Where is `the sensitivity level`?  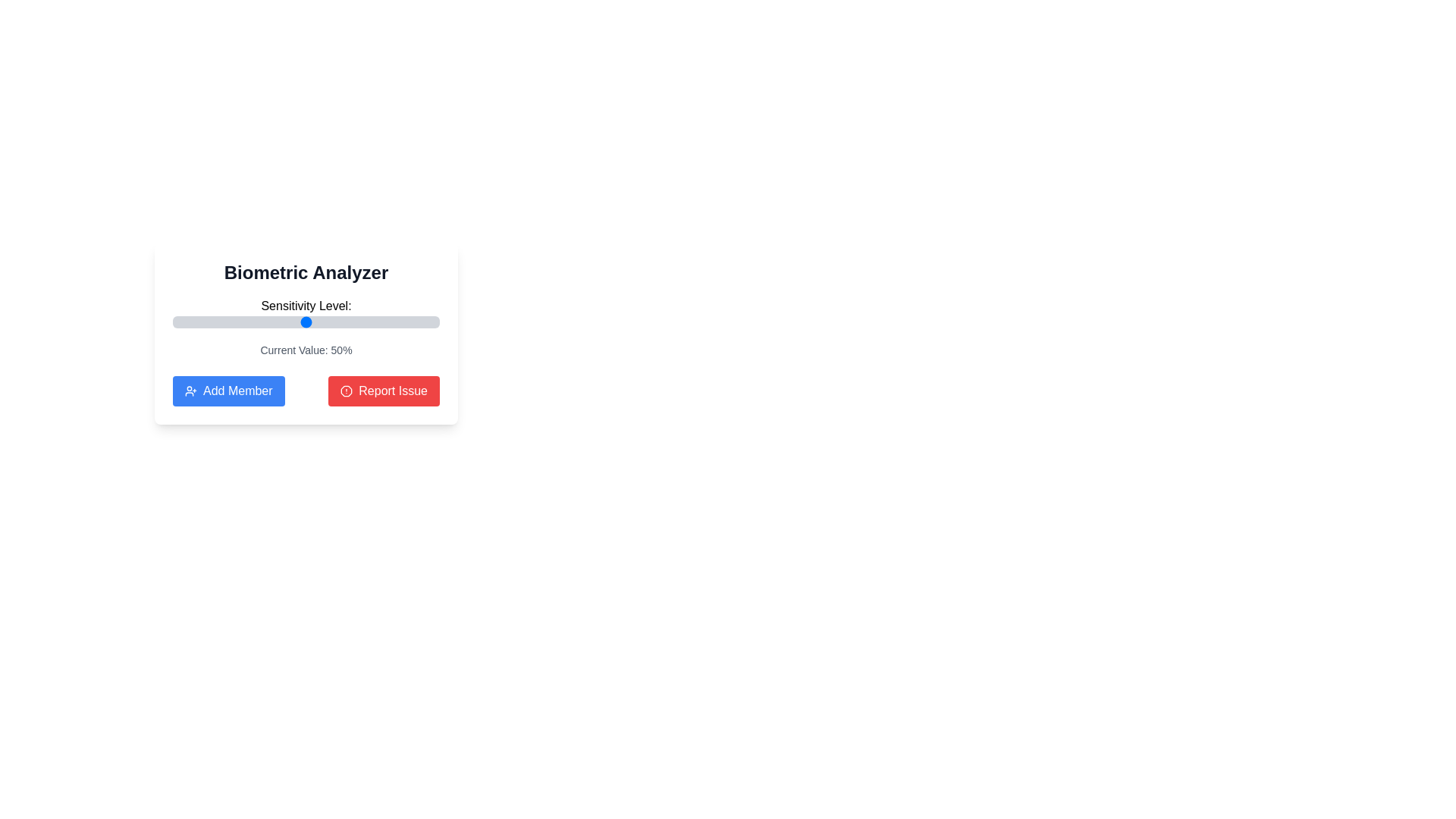
the sensitivity level is located at coordinates (206, 321).